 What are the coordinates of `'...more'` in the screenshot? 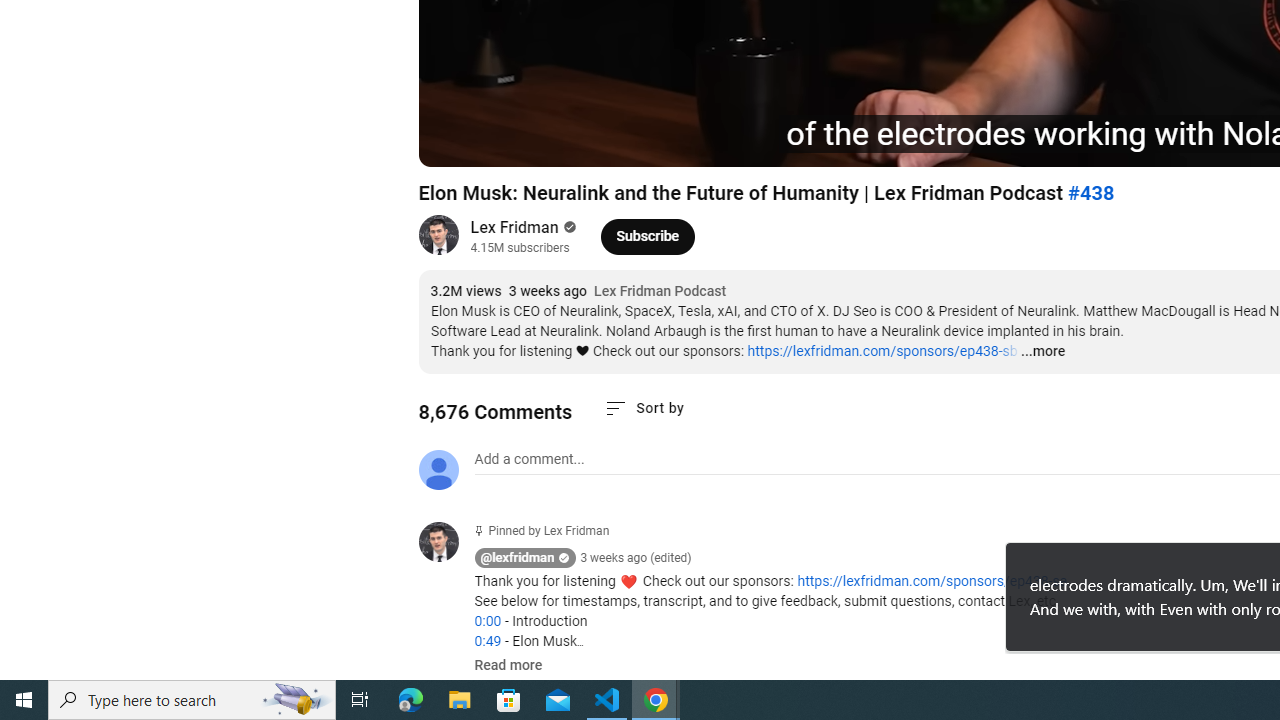 It's located at (1041, 351).